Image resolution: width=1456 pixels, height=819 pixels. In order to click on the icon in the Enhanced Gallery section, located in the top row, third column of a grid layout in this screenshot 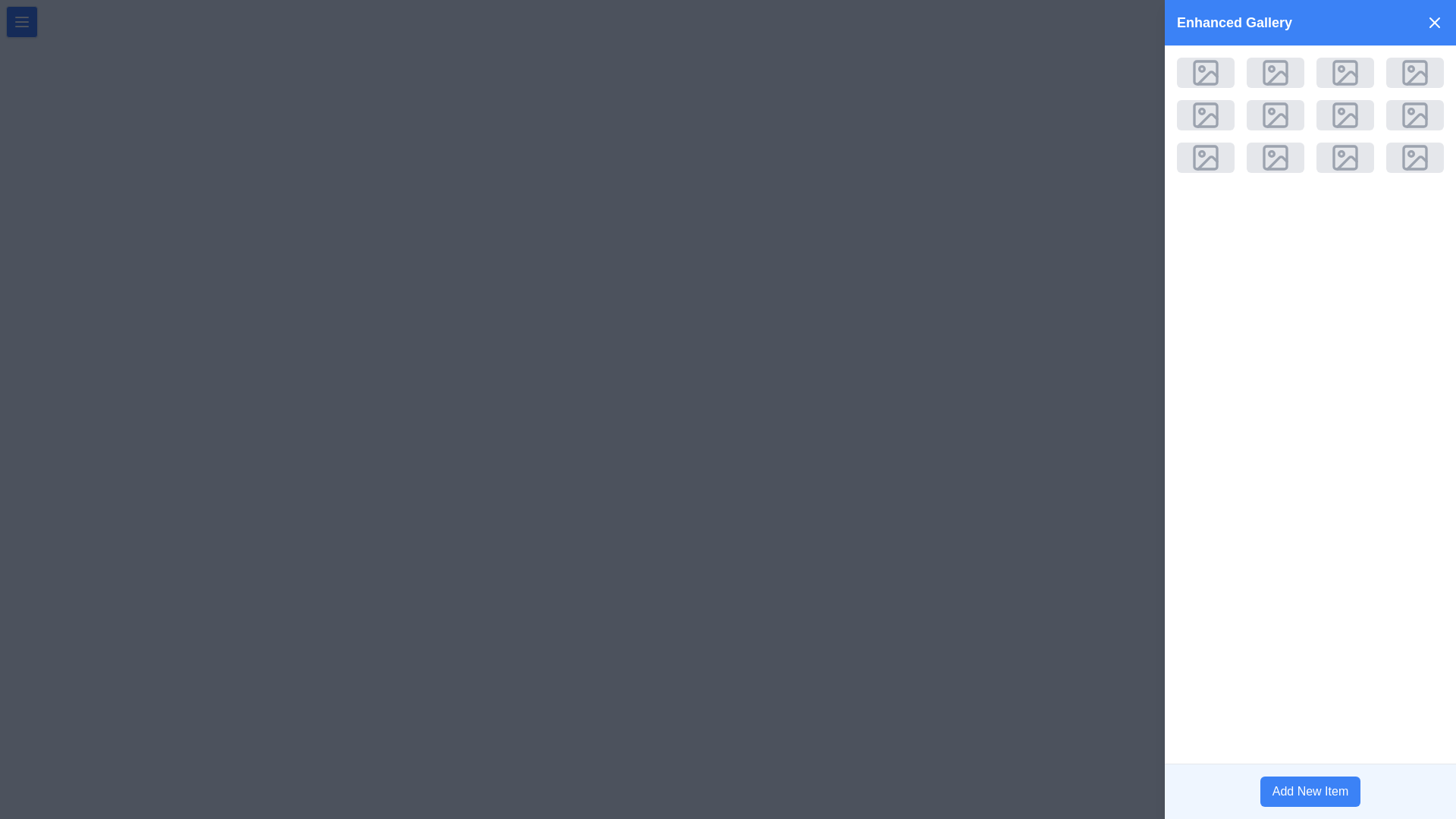, I will do `click(1345, 73)`.